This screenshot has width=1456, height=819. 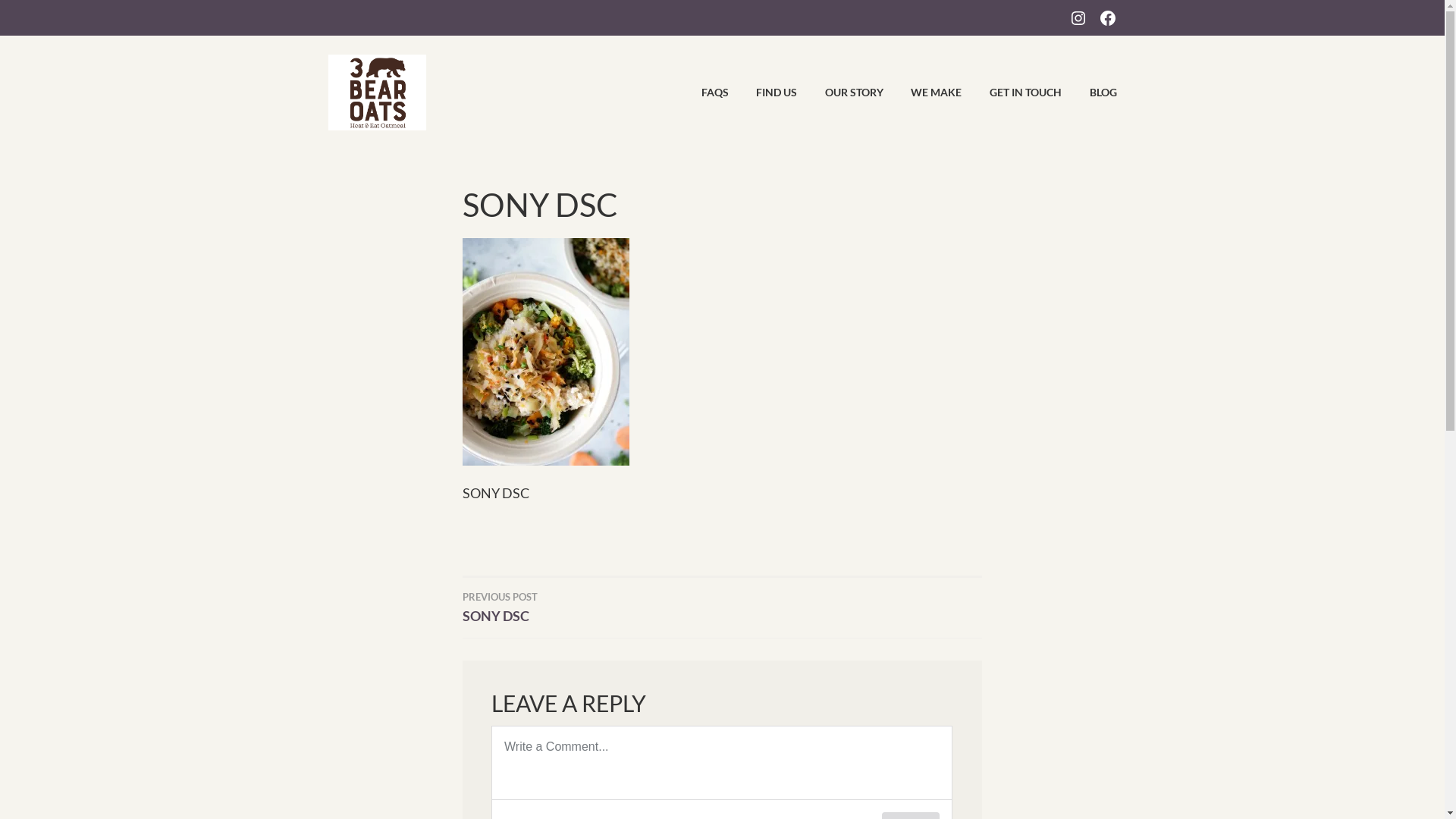 What do you see at coordinates (764, 93) in the screenshot?
I see `'FIND US'` at bounding box center [764, 93].